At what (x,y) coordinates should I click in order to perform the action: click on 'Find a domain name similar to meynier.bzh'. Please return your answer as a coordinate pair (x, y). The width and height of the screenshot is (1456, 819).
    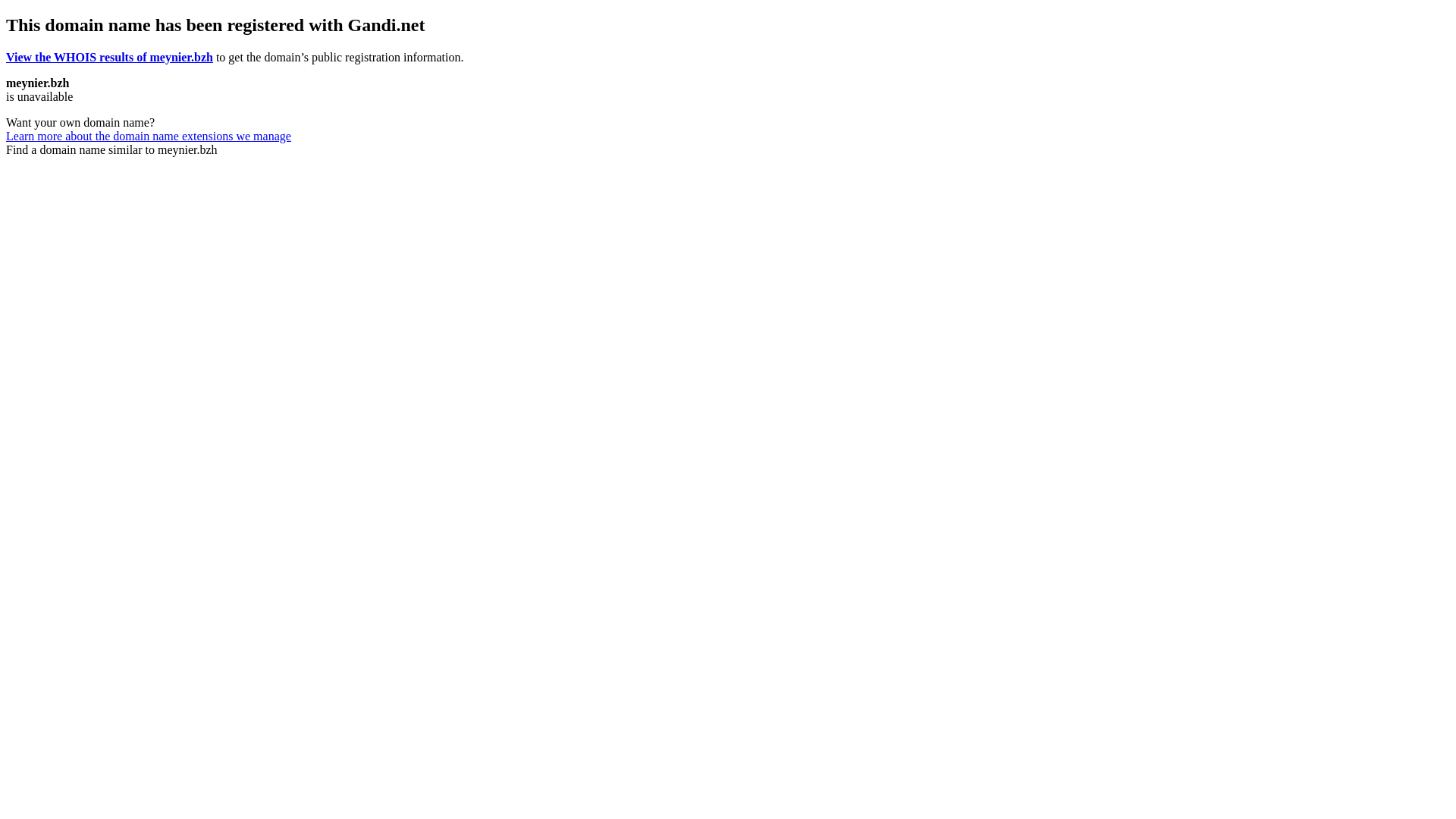
    Looking at the image, I should click on (111, 149).